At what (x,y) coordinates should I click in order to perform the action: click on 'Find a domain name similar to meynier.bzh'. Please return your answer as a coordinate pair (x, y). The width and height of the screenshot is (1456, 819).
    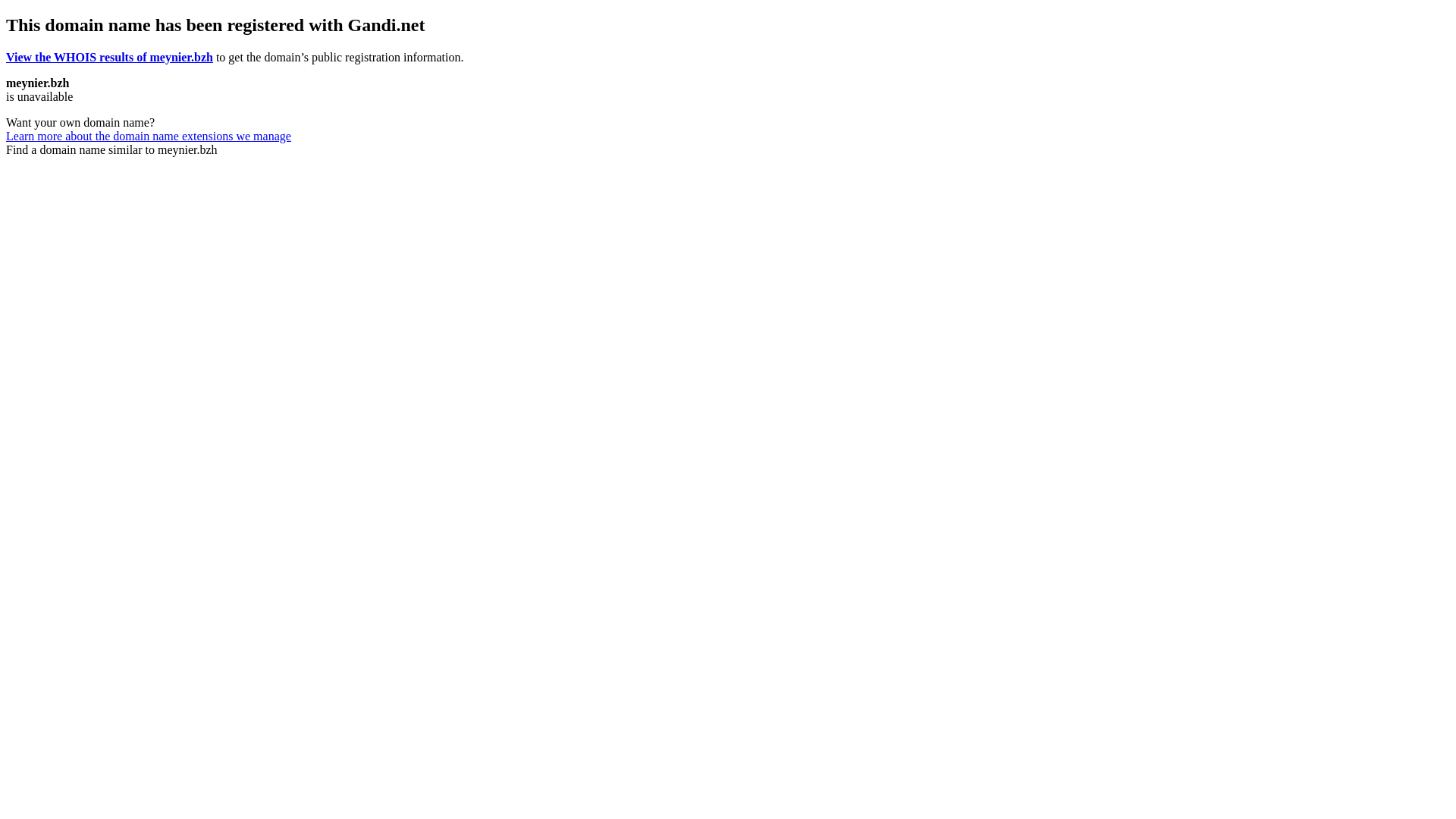
    Looking at the image, I should click on (111, 149).